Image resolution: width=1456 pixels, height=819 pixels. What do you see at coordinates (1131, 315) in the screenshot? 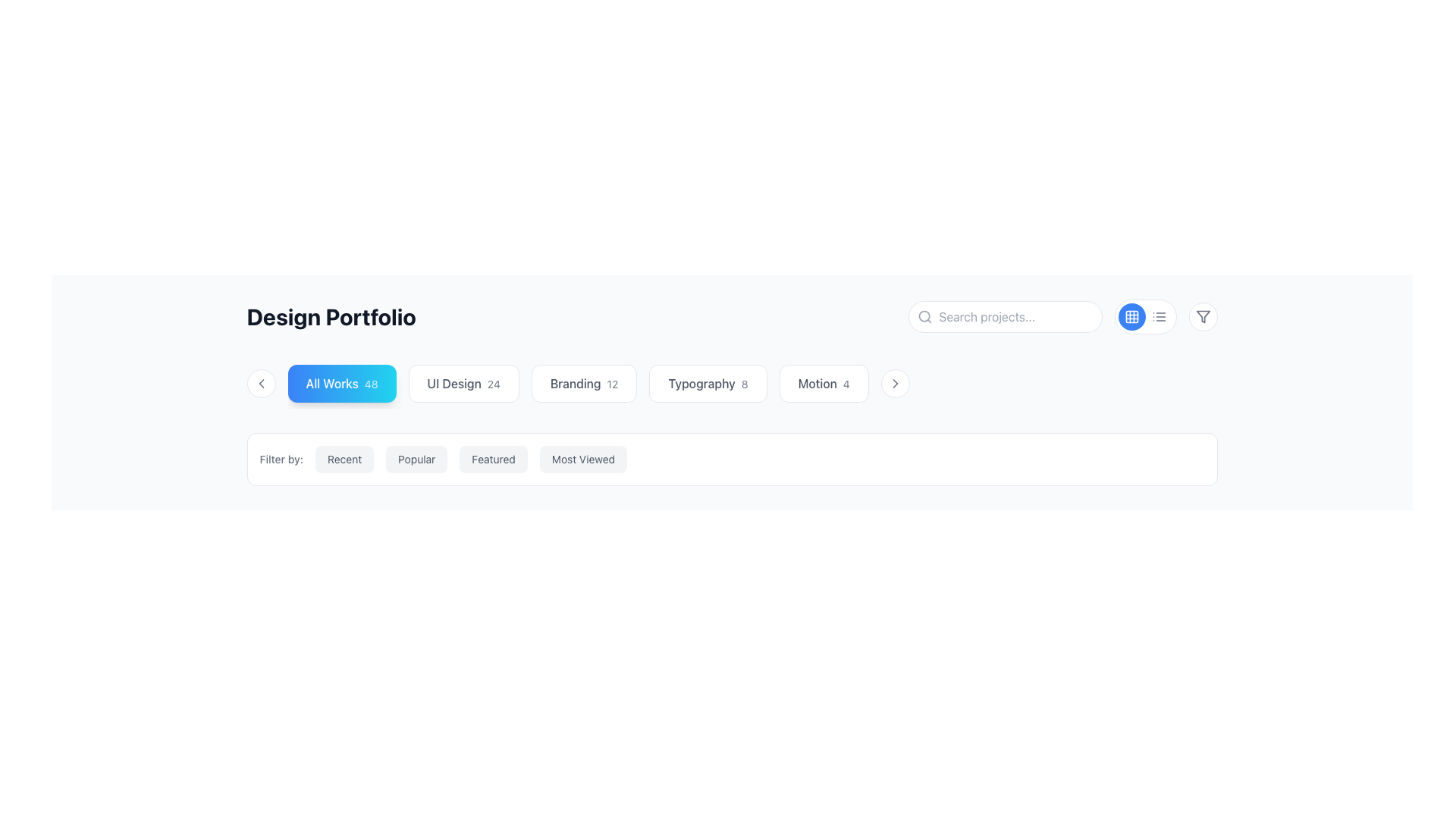
I see `the toggle button for grid view layout located on the right-hand side of the top interface bar` at bounding box center [1131, 315].